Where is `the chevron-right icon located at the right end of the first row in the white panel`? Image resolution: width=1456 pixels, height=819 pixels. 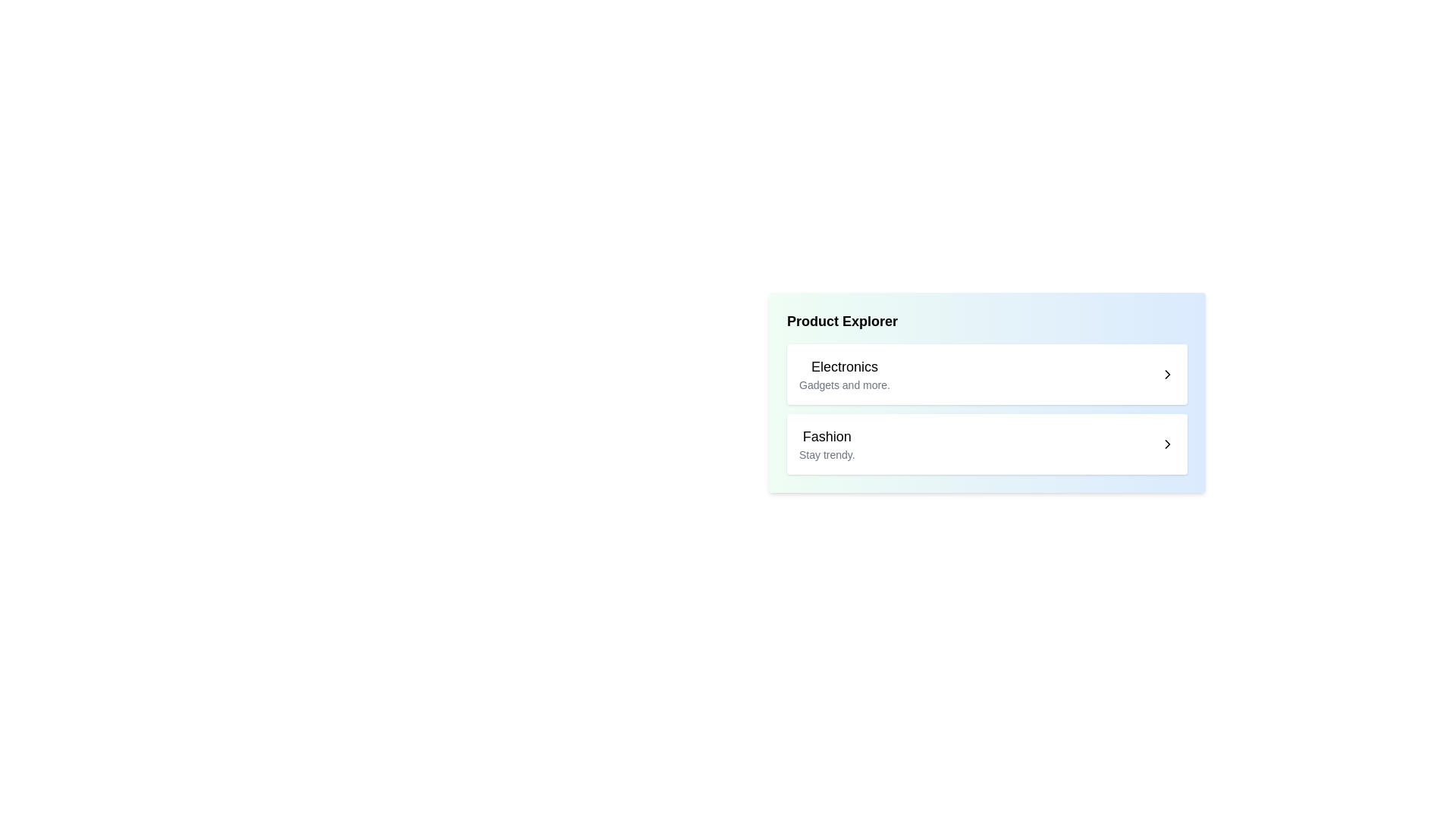 the chevron-right icon located at the right end of the first row in the white panel is located at coordinates (1167, 374).